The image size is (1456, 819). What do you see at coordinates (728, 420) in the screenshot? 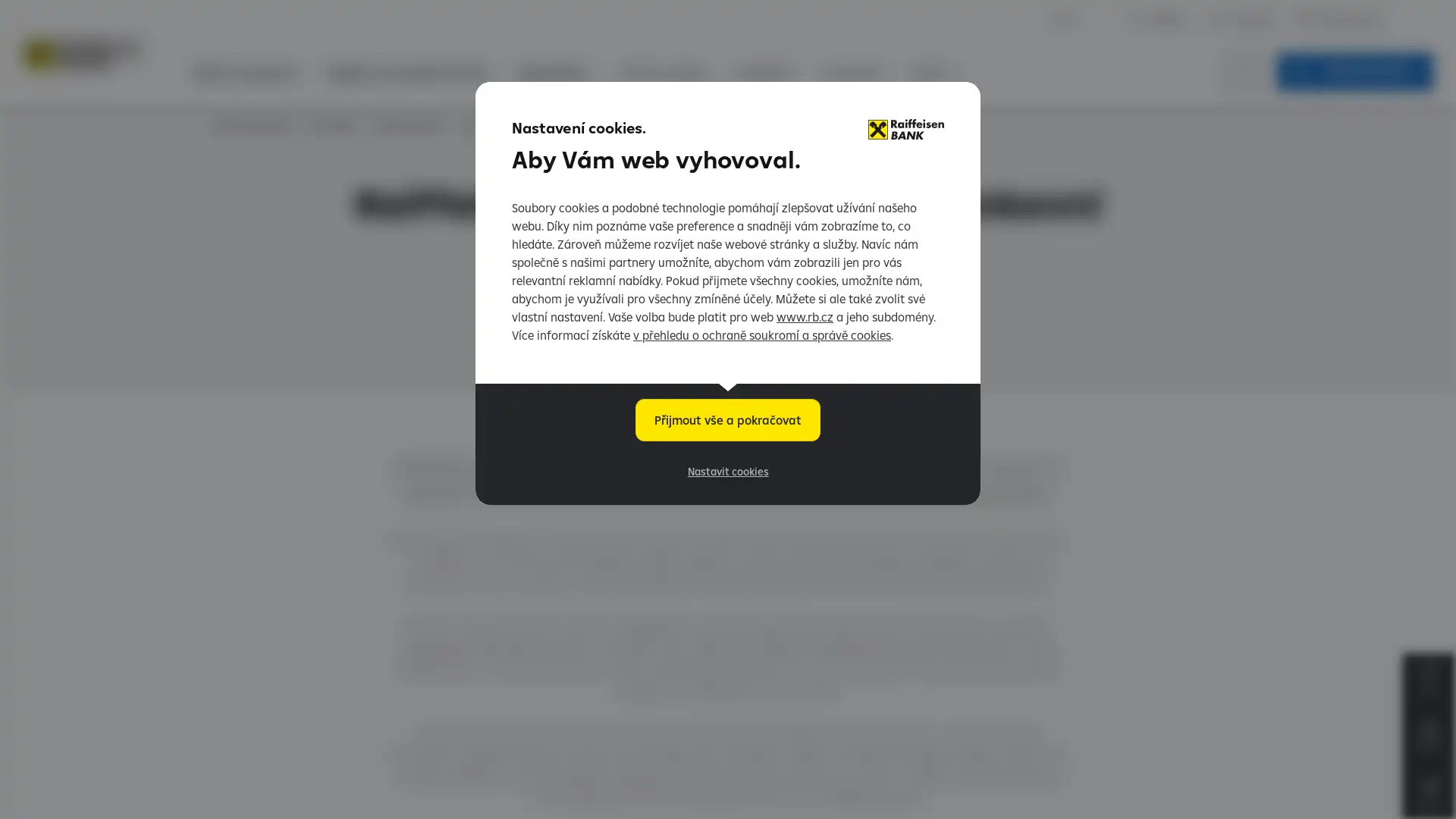
I see `Prijmout vse a pokracovat` at bounding box center [728, 420].